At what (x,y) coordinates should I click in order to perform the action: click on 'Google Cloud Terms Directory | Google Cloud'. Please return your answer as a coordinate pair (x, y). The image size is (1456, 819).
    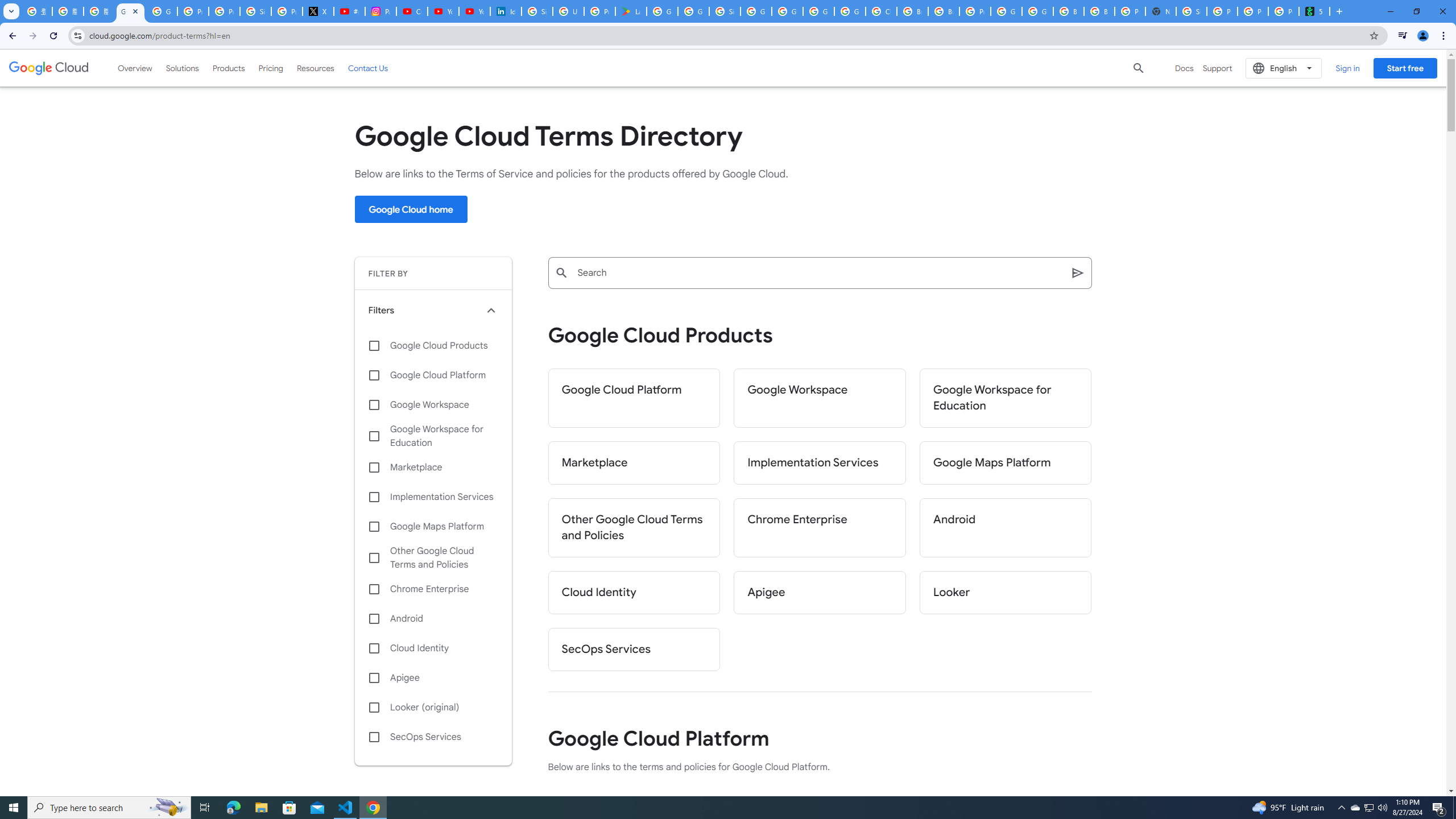
    Looking at the image, I should click on (130, 11).